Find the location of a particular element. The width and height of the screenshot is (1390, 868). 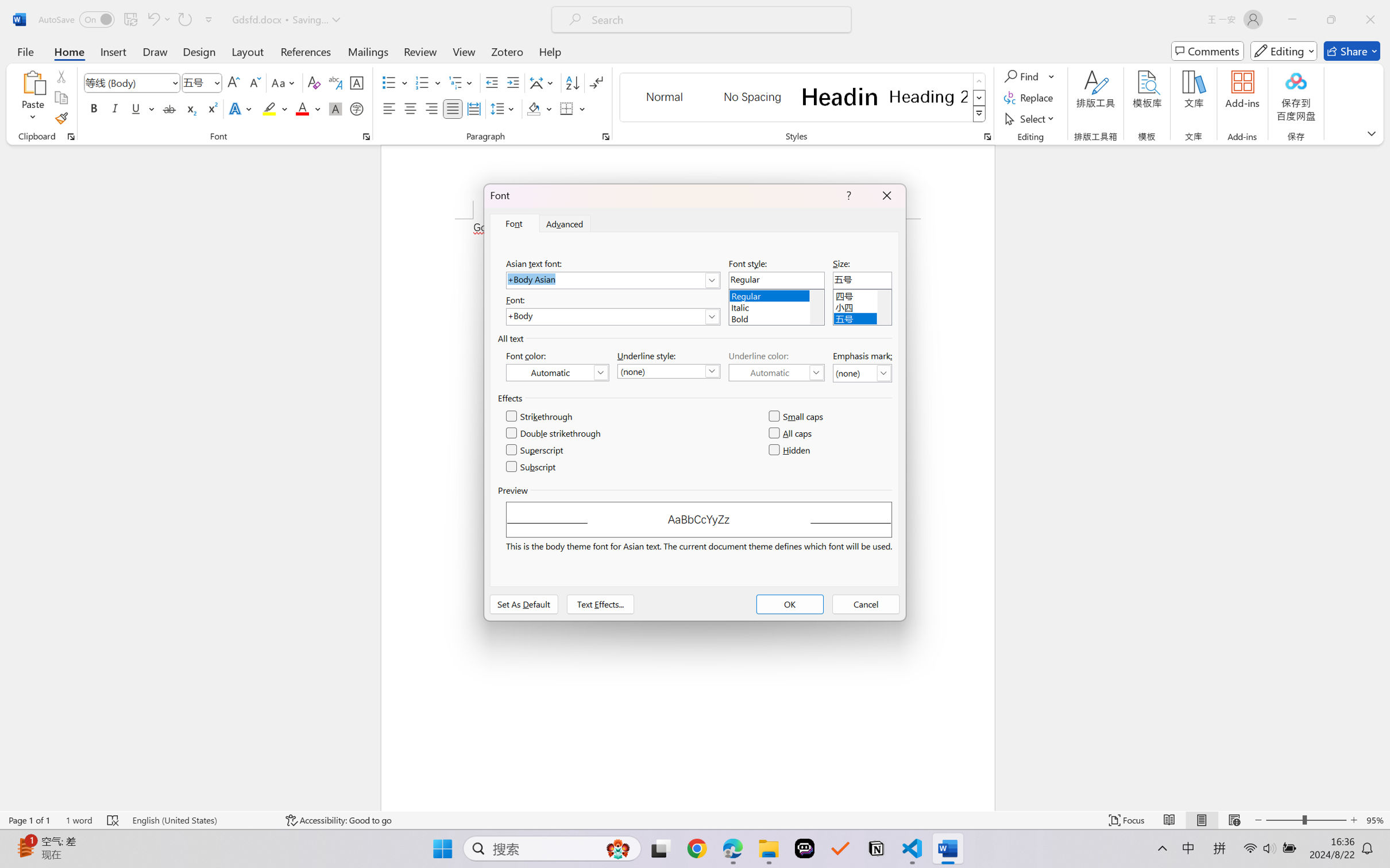

'Subscript' is located at coordinates (531, 467).